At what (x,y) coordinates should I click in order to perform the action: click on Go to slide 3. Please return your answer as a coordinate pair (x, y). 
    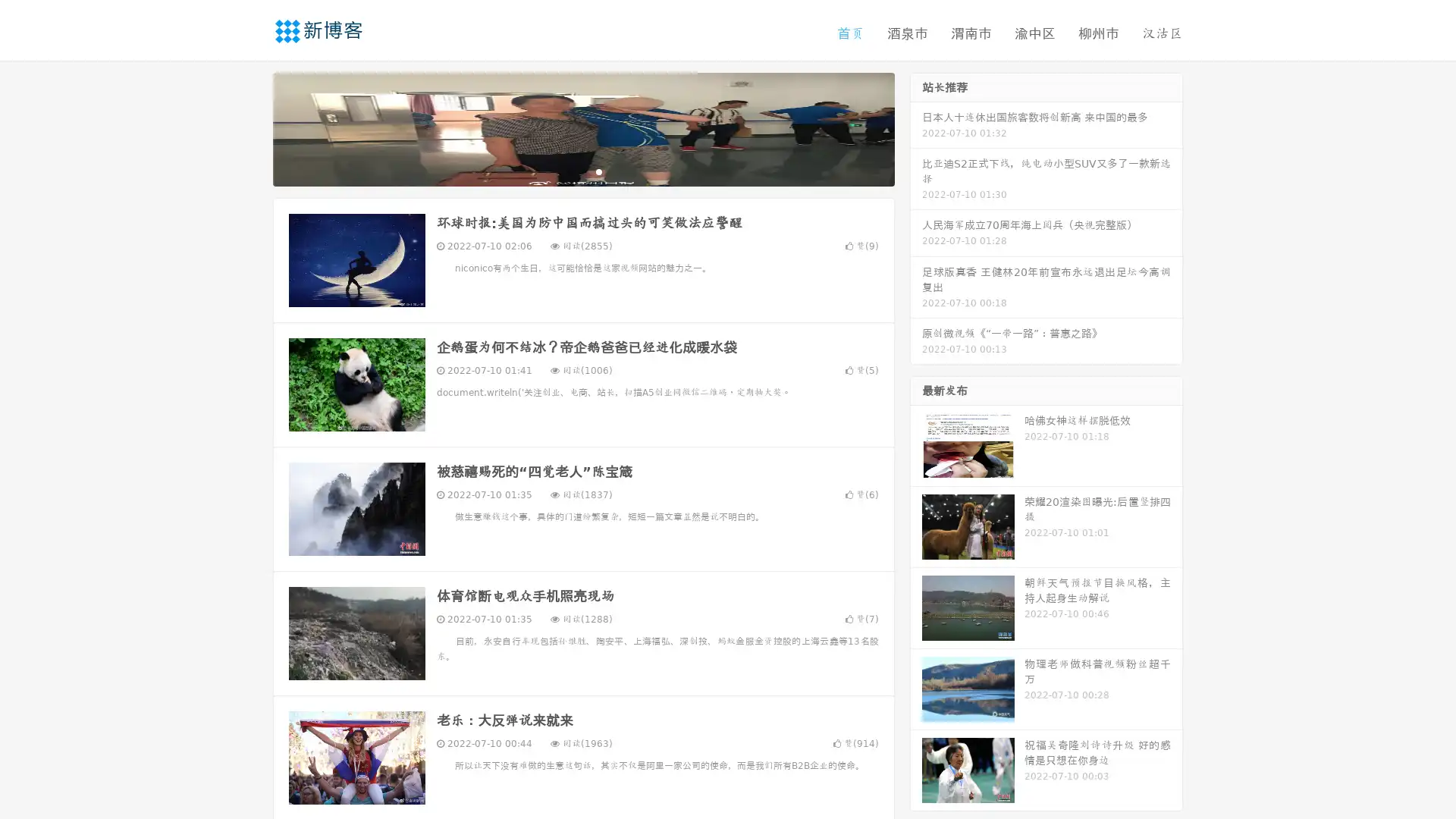
    Looking at the image, I should click on (598, 171).